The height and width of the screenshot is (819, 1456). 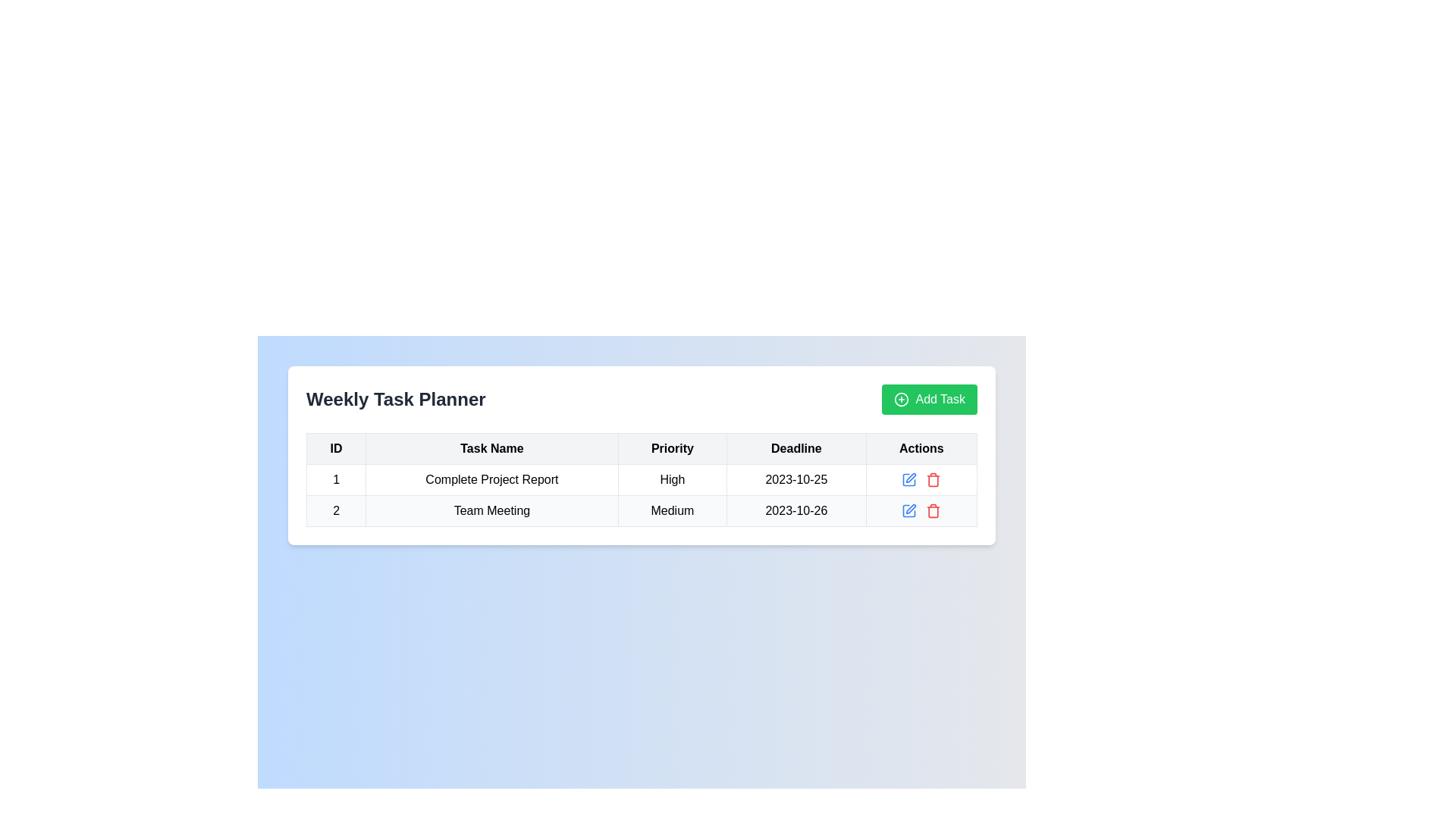 I want to click on the text label element displaying 'Priority', which is the third column header in the Weekly Task Planner table layout, so click(x=671, y=447).